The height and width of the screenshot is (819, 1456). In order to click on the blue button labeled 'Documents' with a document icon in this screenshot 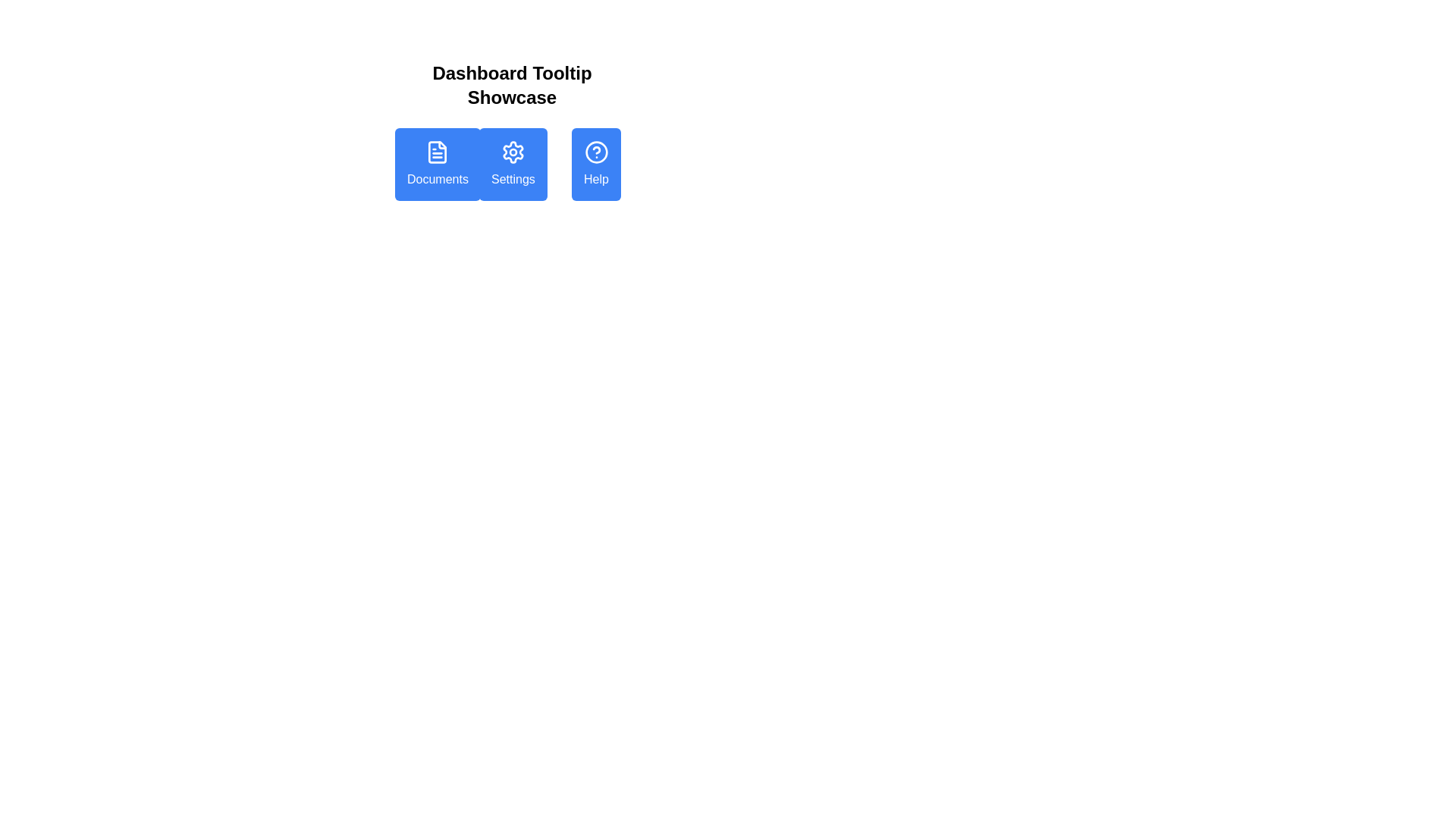, I will do `click(437, 164)`.